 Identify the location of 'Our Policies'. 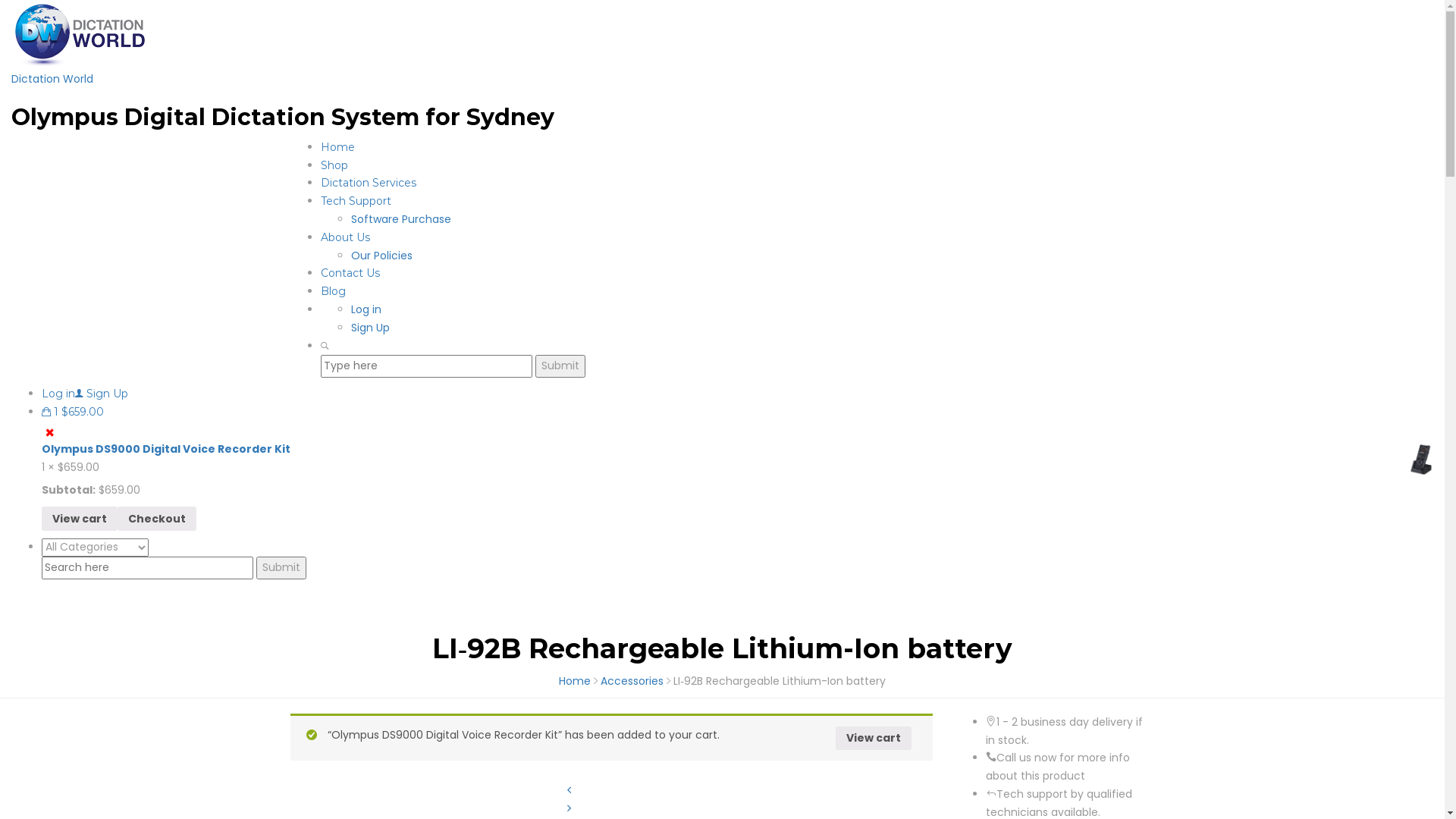
(349, 254).